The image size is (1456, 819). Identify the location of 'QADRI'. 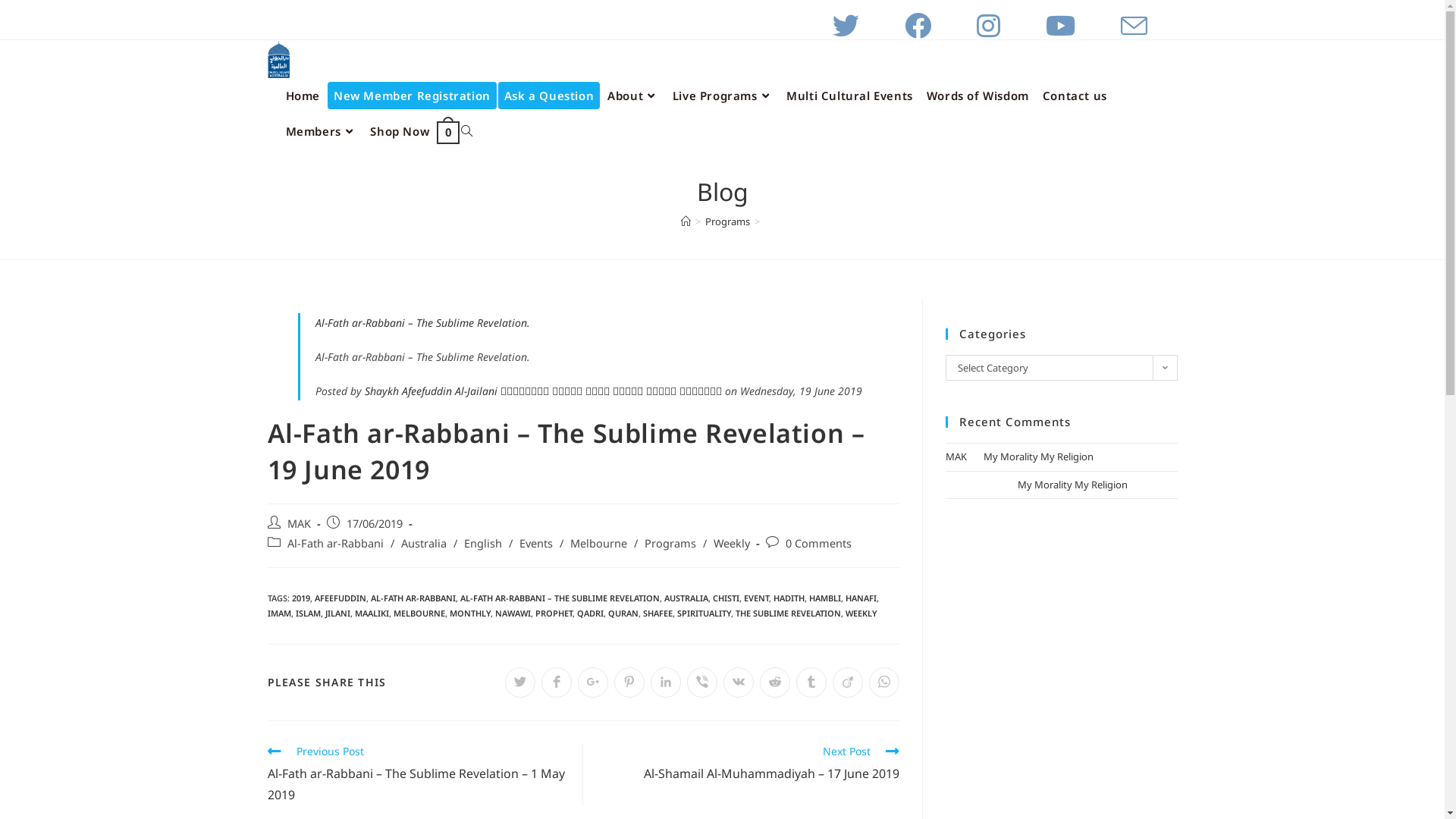
(588, 612).